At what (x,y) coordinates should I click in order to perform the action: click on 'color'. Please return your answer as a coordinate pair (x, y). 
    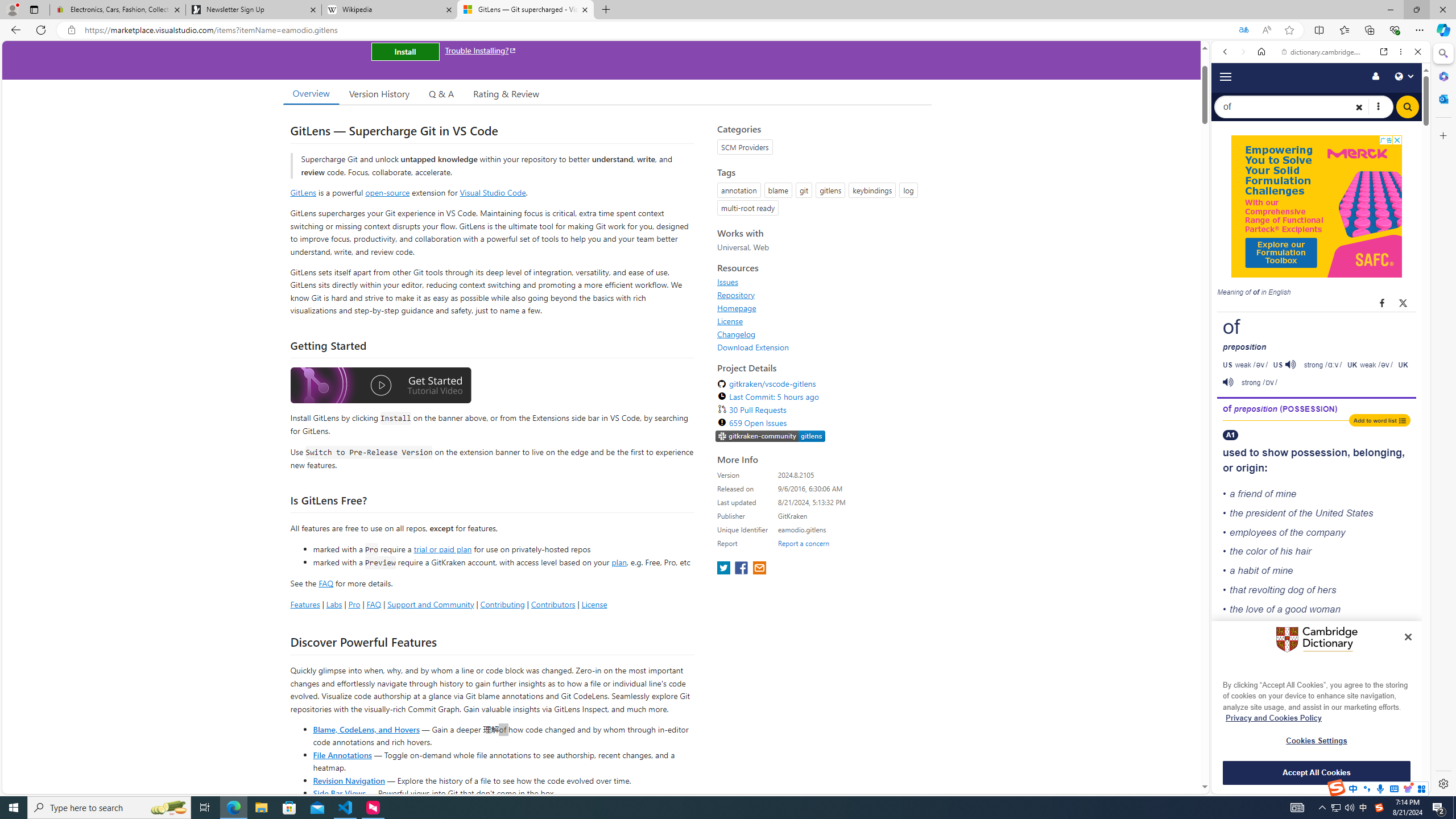
    Looking at the image, I should click on (1256, 551).